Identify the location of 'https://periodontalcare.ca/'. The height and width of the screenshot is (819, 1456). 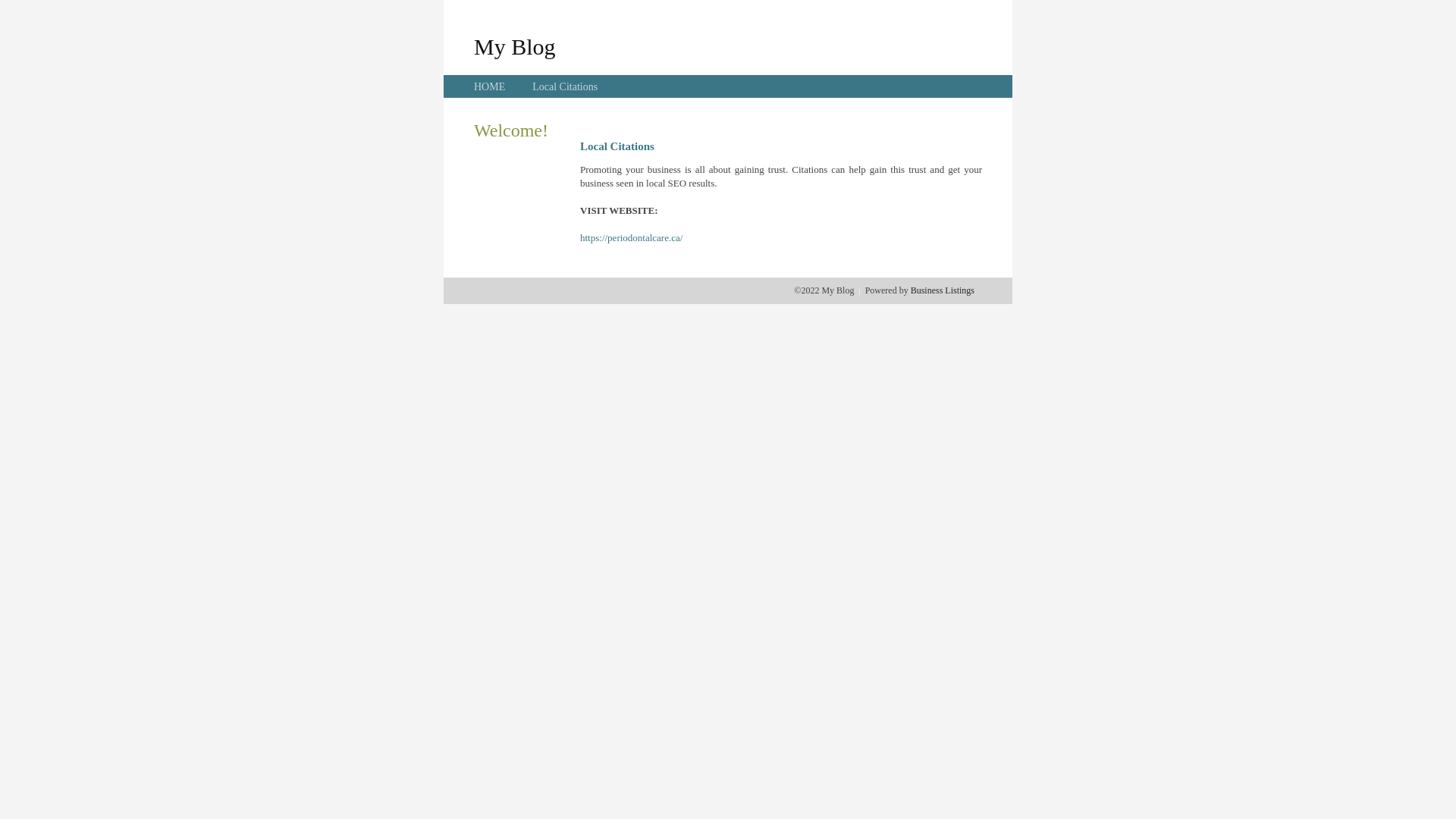
(631, 237).